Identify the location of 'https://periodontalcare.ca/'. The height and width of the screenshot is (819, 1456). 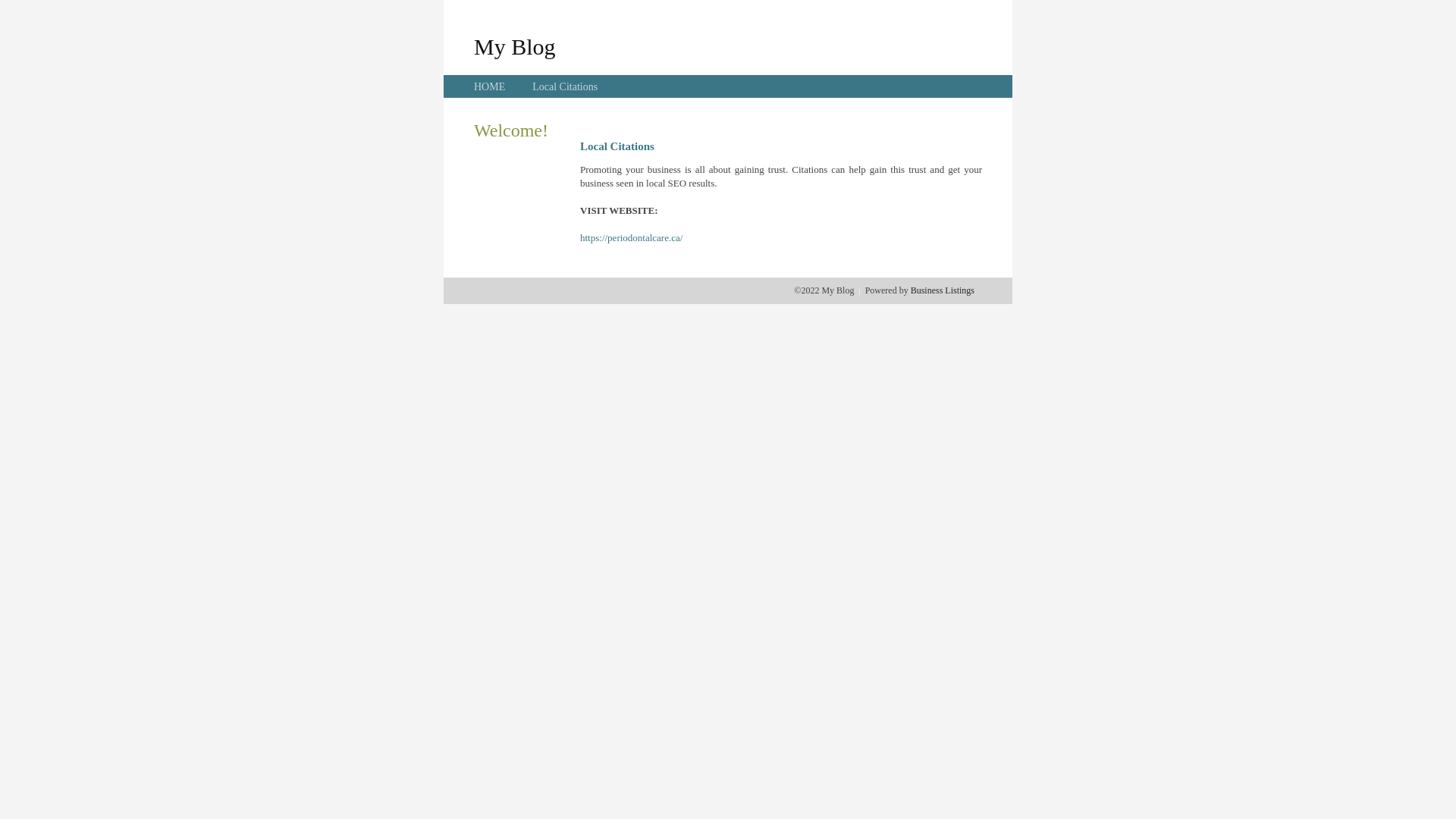
(631, 237).